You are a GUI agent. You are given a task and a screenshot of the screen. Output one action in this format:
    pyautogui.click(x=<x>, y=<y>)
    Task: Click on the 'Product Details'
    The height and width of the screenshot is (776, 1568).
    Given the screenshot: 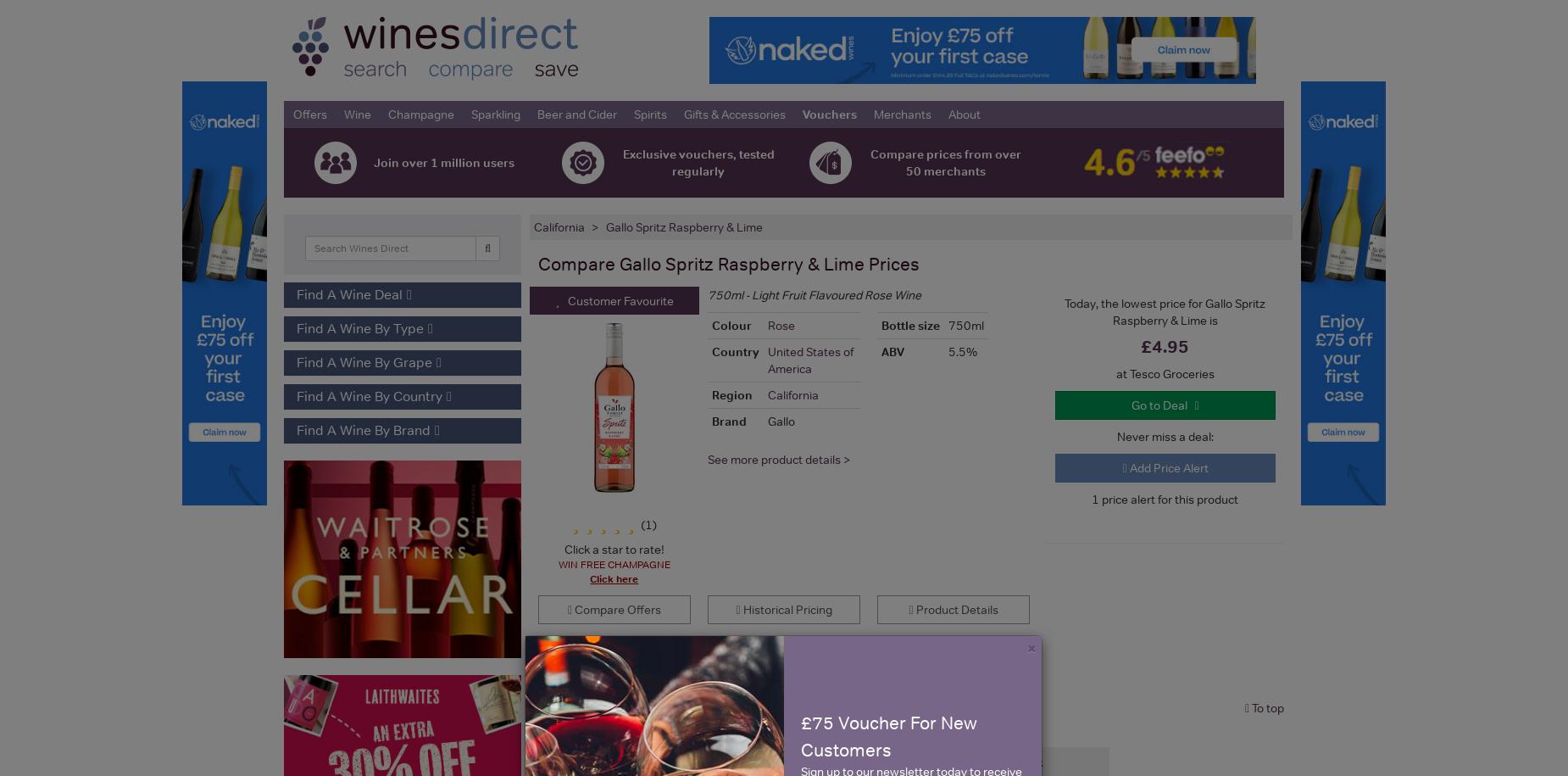 What is the action you would take?
    pyautogui.click(x=954, y=610)
    